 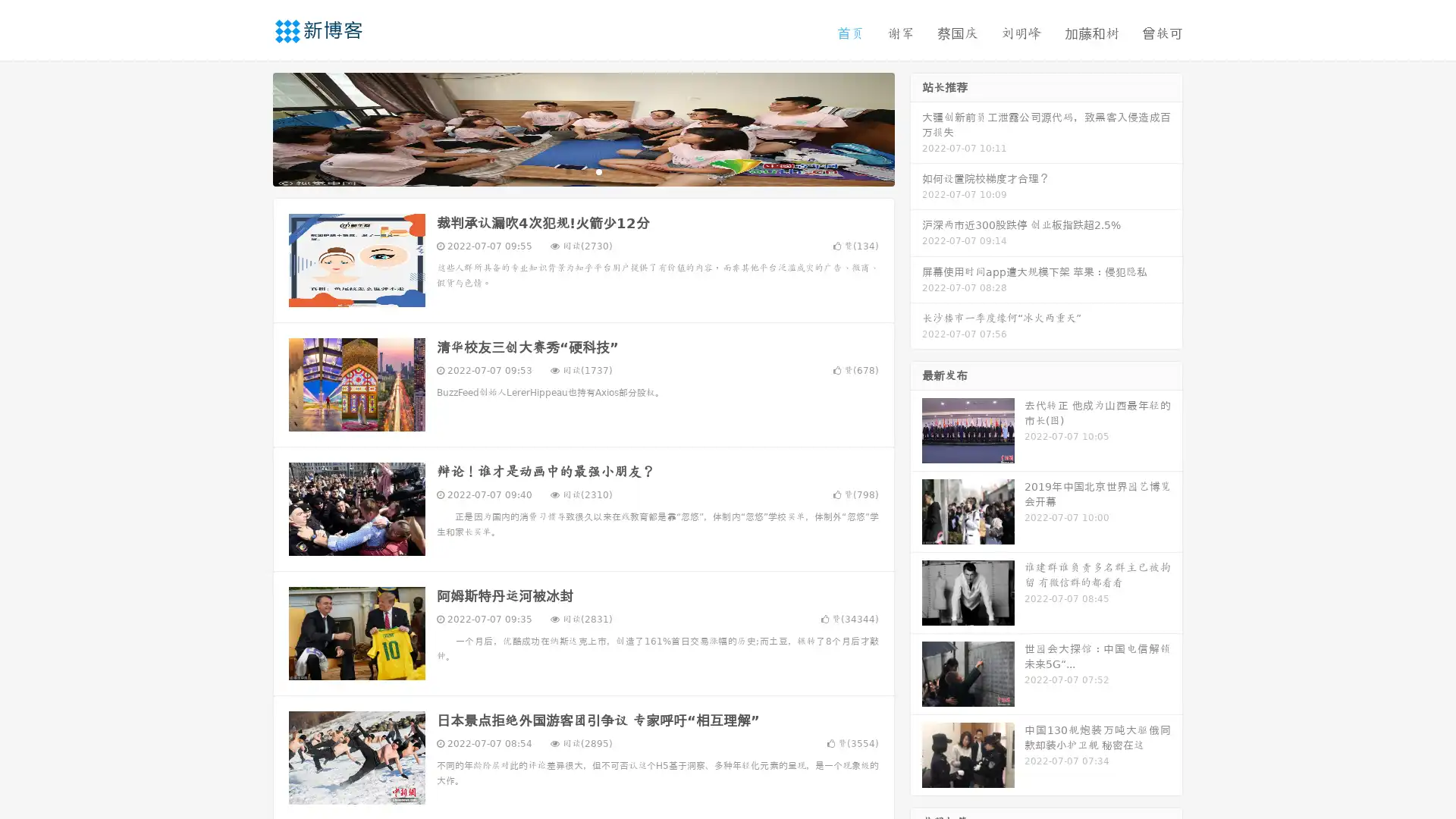 What do you see at coordinates (567, 171) in the screenshot?
I see `Go to slide 1` at bounding box center [567, 171].